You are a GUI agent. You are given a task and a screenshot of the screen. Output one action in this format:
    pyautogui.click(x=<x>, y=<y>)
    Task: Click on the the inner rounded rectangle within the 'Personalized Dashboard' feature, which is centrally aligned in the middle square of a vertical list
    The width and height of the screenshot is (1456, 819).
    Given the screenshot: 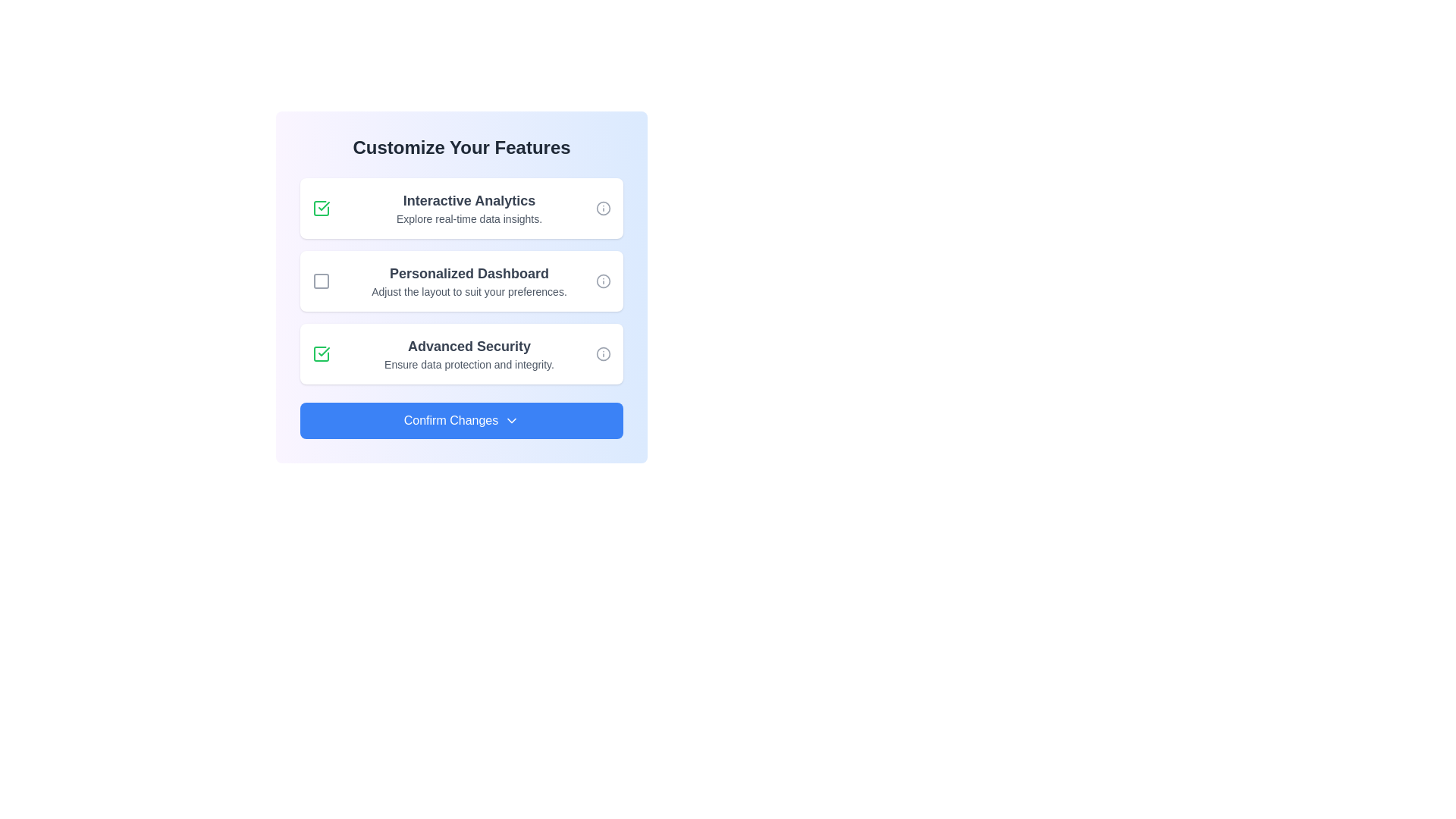 What is the action you would take?
    pyautogui.click(x=320, y=281)
    